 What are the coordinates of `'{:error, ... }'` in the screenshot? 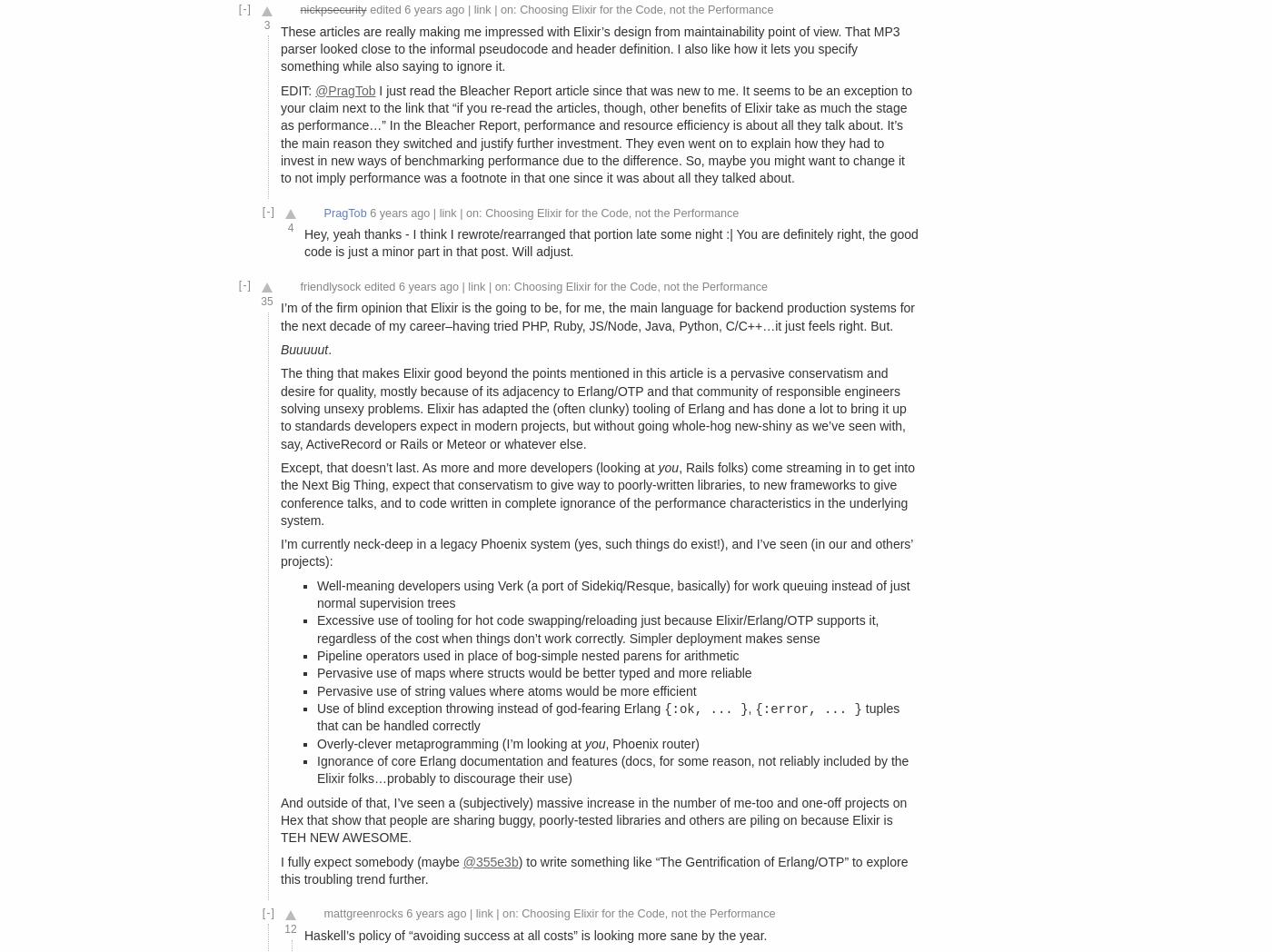 It's located at (808, 709).